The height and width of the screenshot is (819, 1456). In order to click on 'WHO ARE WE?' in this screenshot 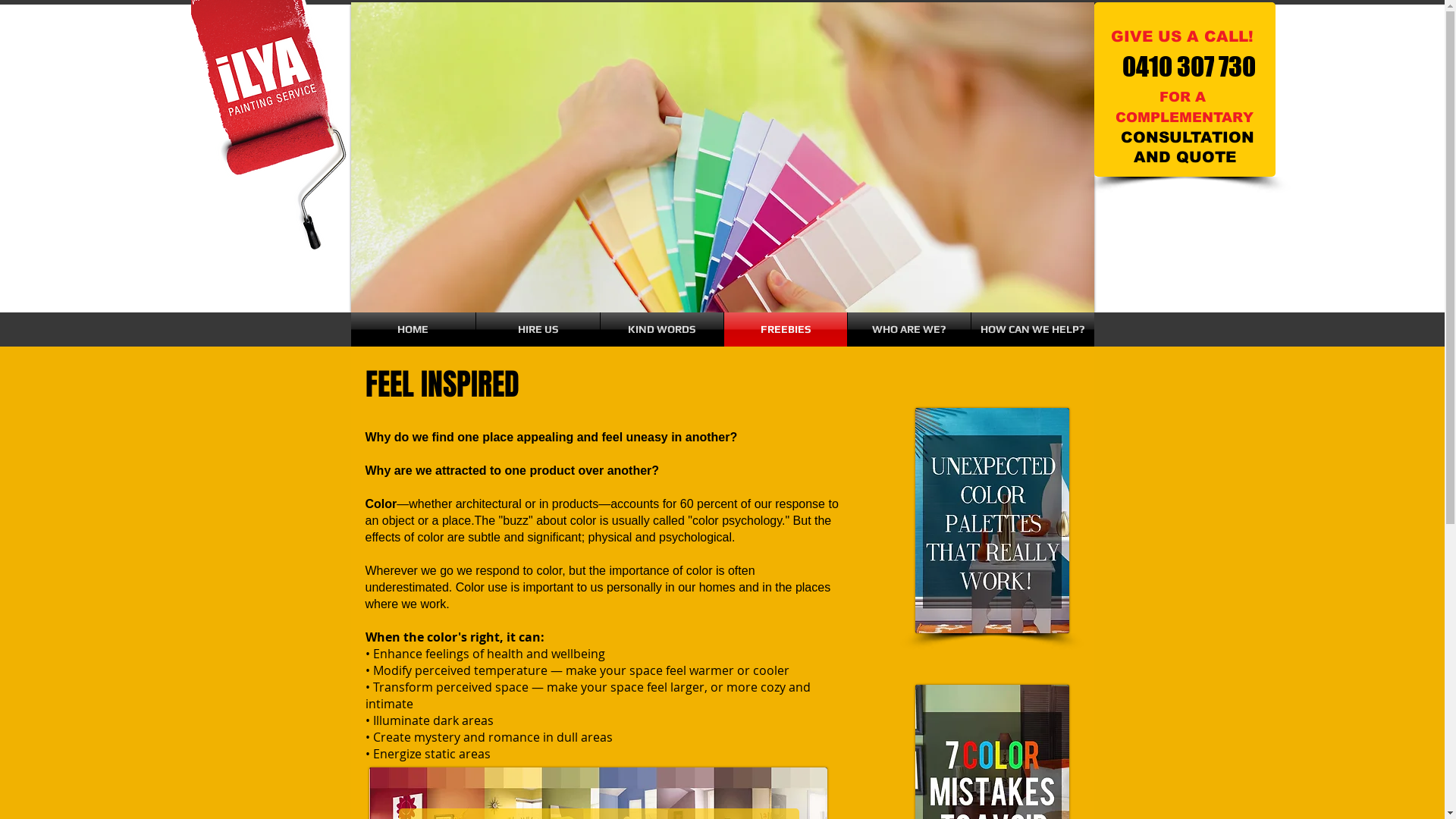, I will do `click(847, 328)`.